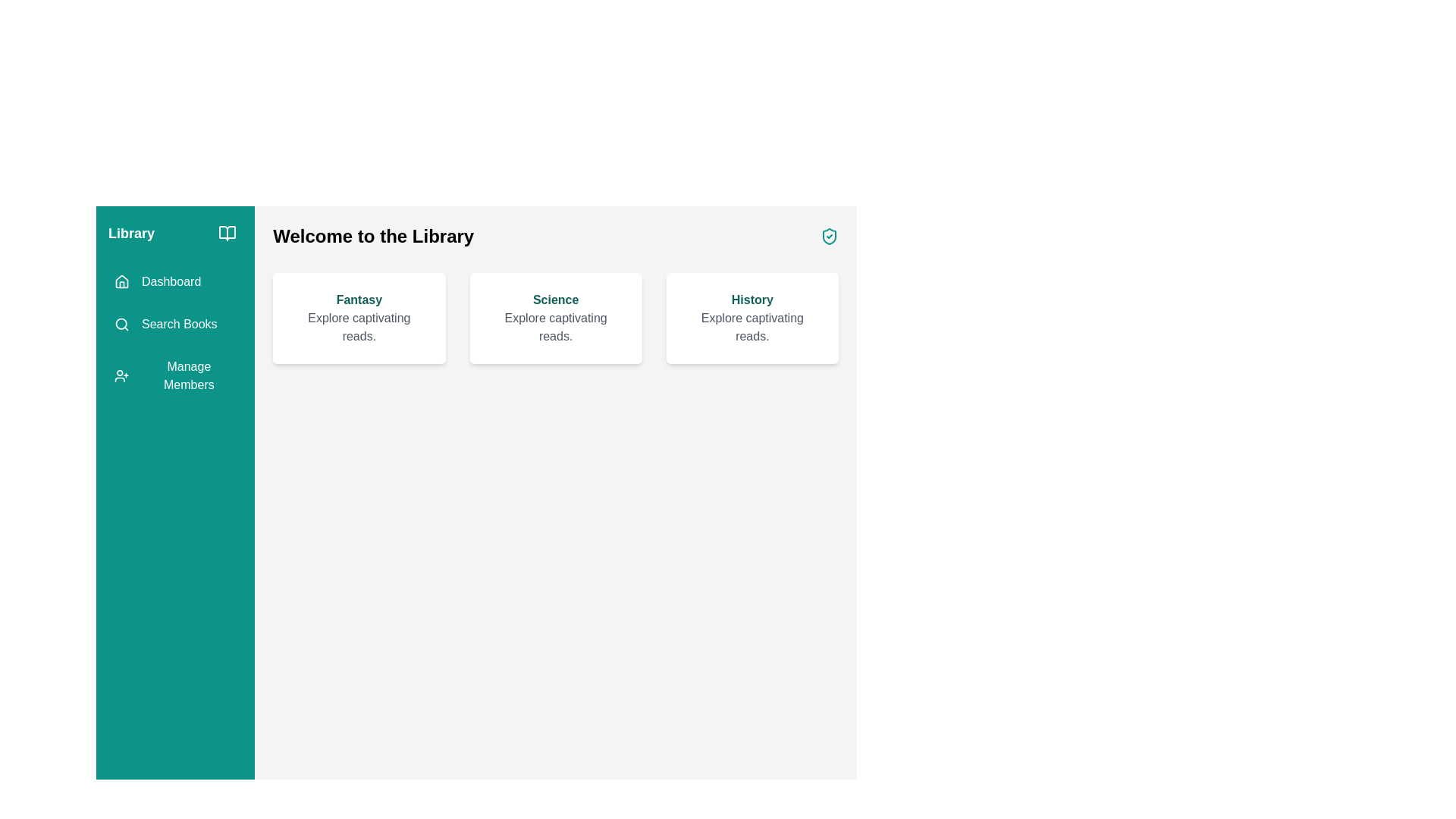 The width and height of the screenshot is (1456, 819). What do you see at coordinates (358, 300) in the screenshot?
I see `the bold, teal-colored text label reading 'Fantasy' which is styled with a 'font-semibold' class and is located in the first card of a grid layout` at bounding box center [358, 300].